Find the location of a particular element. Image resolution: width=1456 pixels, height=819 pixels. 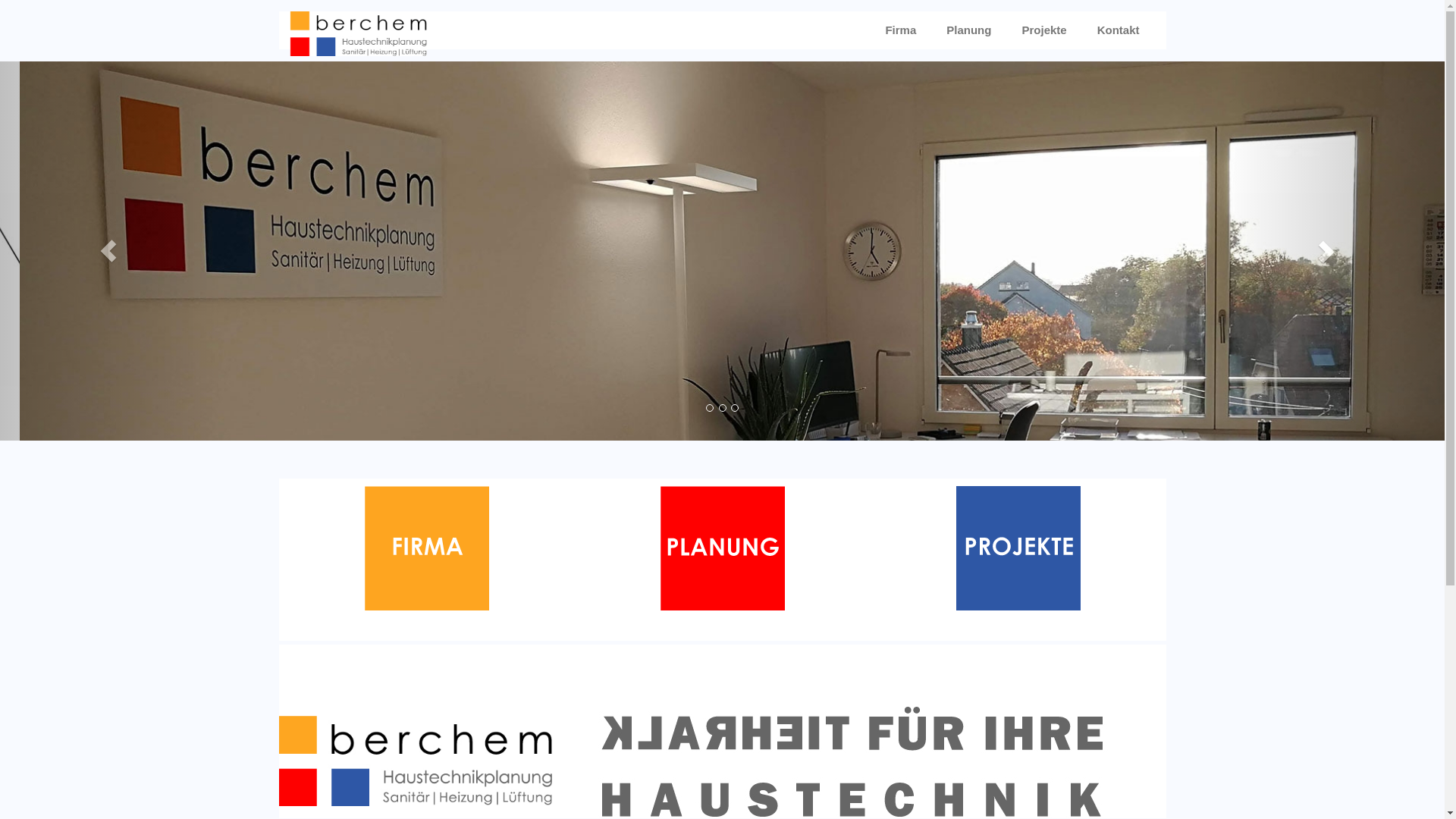

'Kontakt' is located at coordinates (1118, 30).